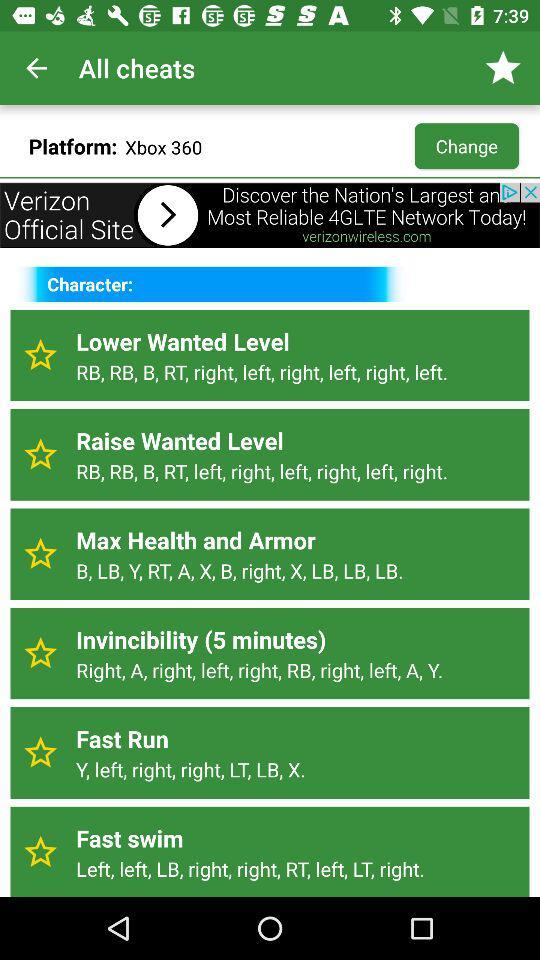 This screenshot has height=960, width=540. What do you see at coordinates (40, 751) in the screenshot?
I see `the star icon` at bounding box center [40, 751].